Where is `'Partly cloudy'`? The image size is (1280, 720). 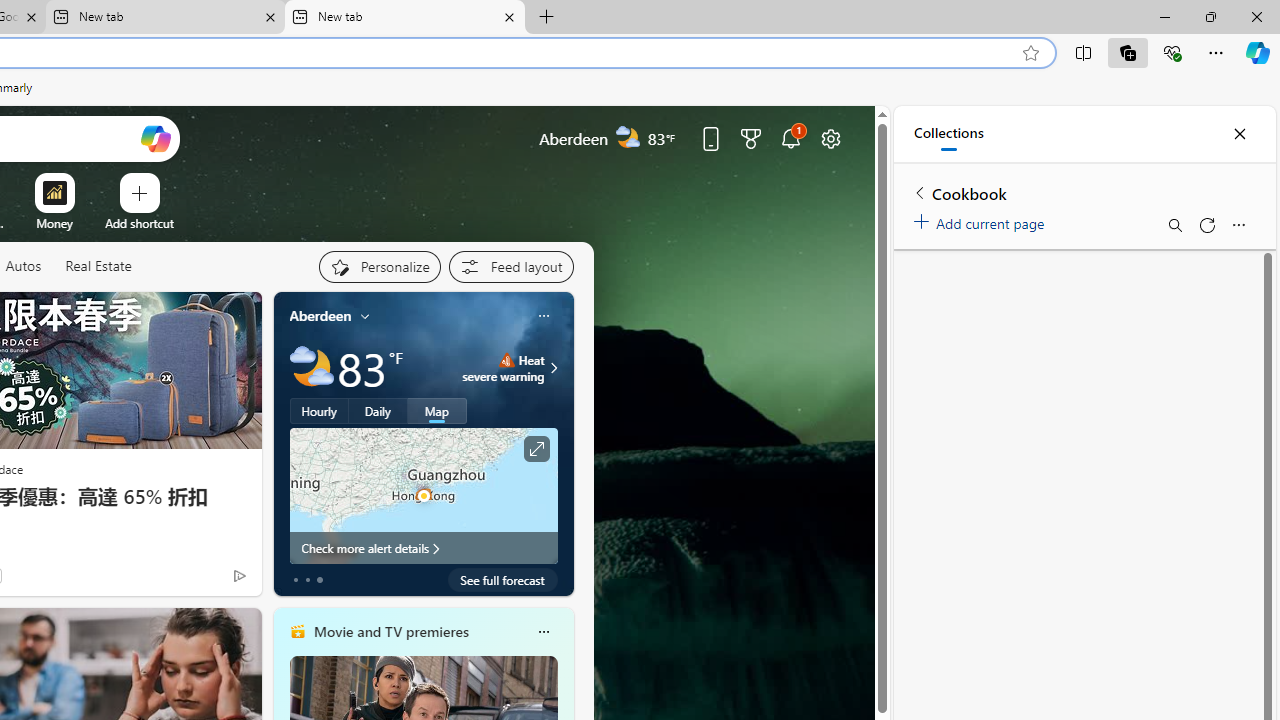 'Partly cloudy' is located at coordinates (310, 368).